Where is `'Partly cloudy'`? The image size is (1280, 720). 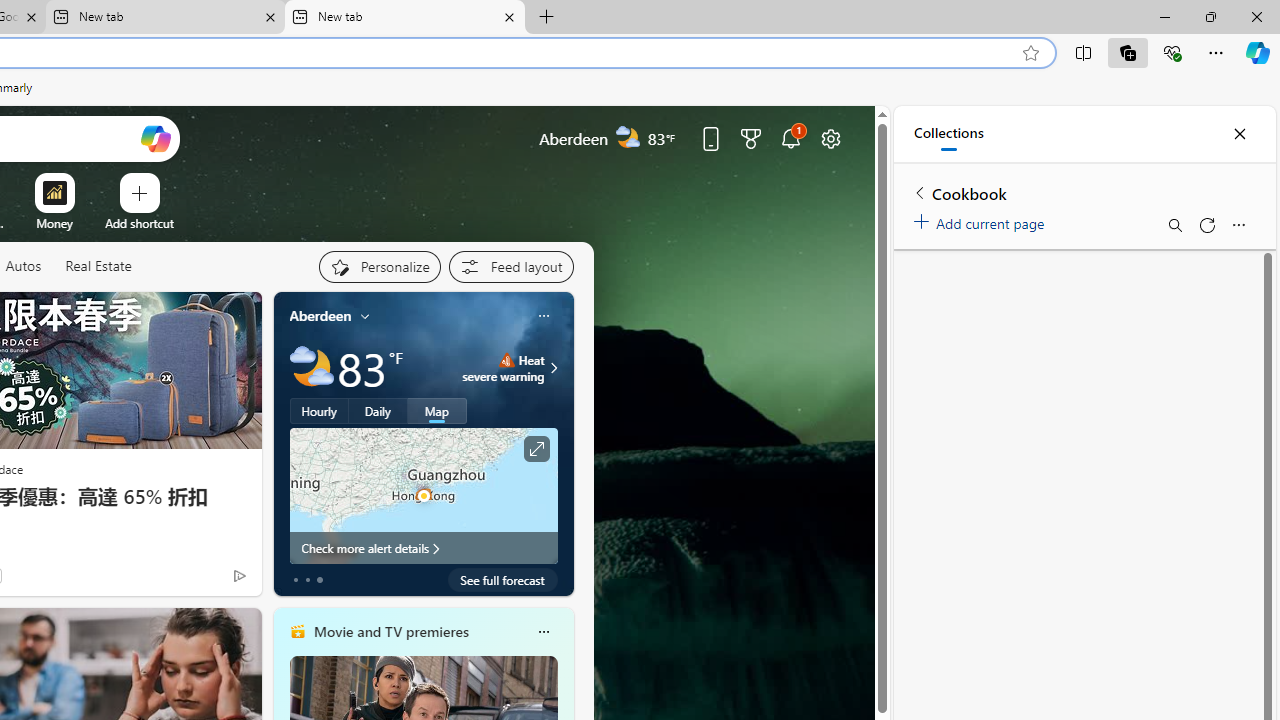 'Partly cloudy' is located at coordinates (310, 368).